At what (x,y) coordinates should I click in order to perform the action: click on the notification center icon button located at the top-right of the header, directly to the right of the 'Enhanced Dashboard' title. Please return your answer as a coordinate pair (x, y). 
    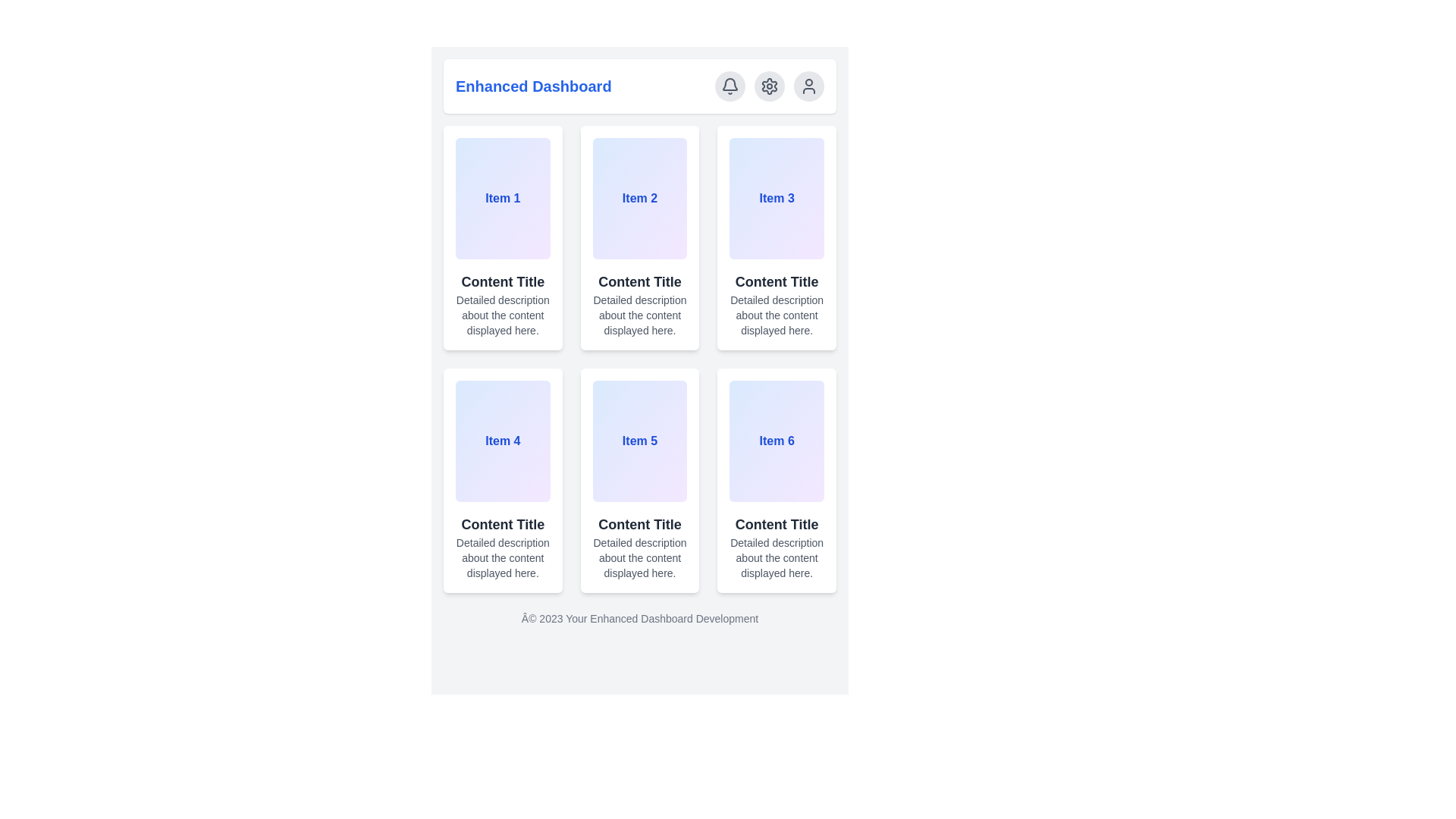
    Looking at the image, I should click on (730, 86).